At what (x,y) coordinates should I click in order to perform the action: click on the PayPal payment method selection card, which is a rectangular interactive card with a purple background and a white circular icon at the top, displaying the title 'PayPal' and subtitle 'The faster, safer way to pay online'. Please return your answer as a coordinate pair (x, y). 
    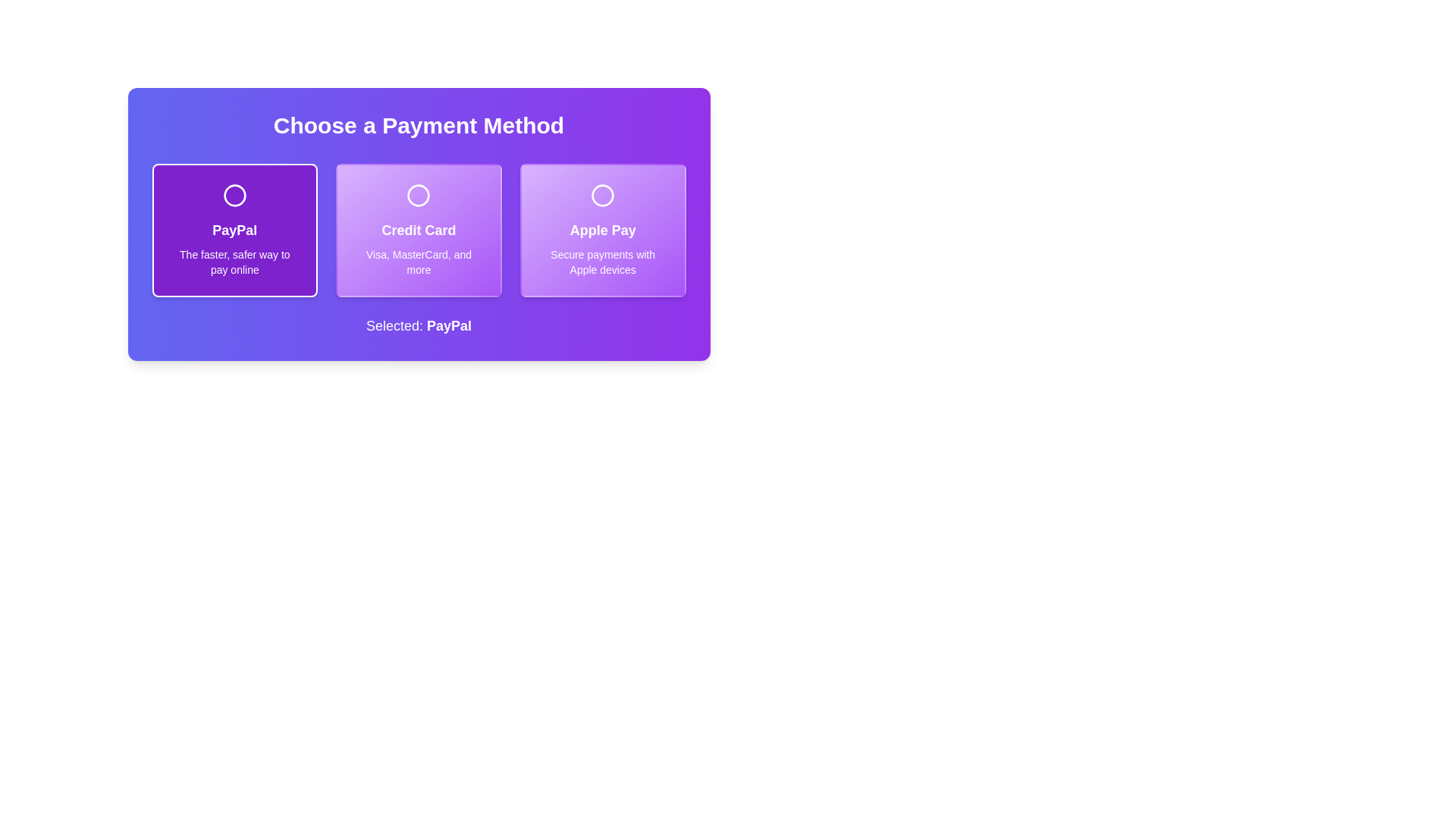
    Looking at the image, I should click on (234, 231).